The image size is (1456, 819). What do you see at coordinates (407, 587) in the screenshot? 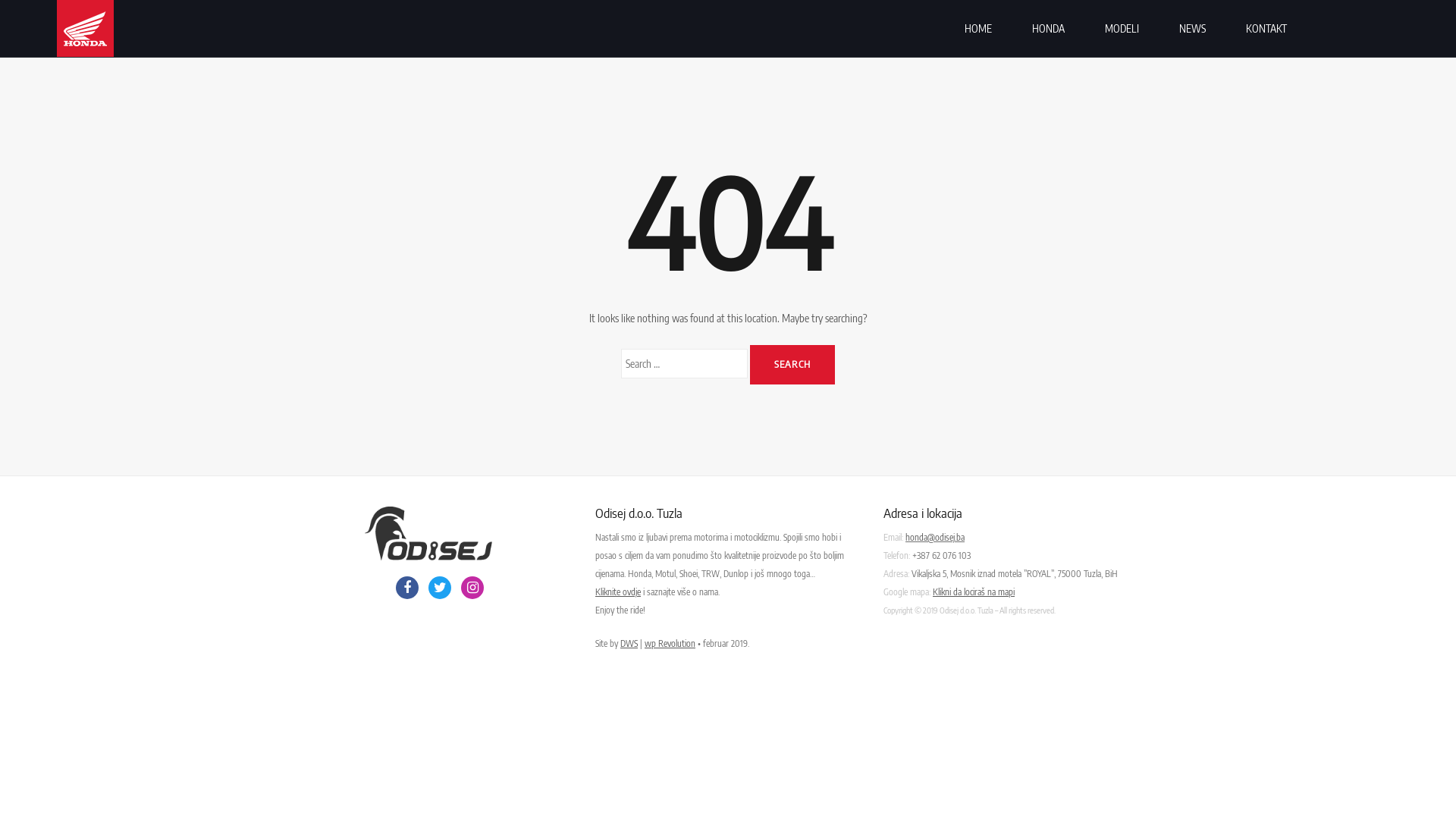
I see `'Facebook'` at bounding box center [407, 587].